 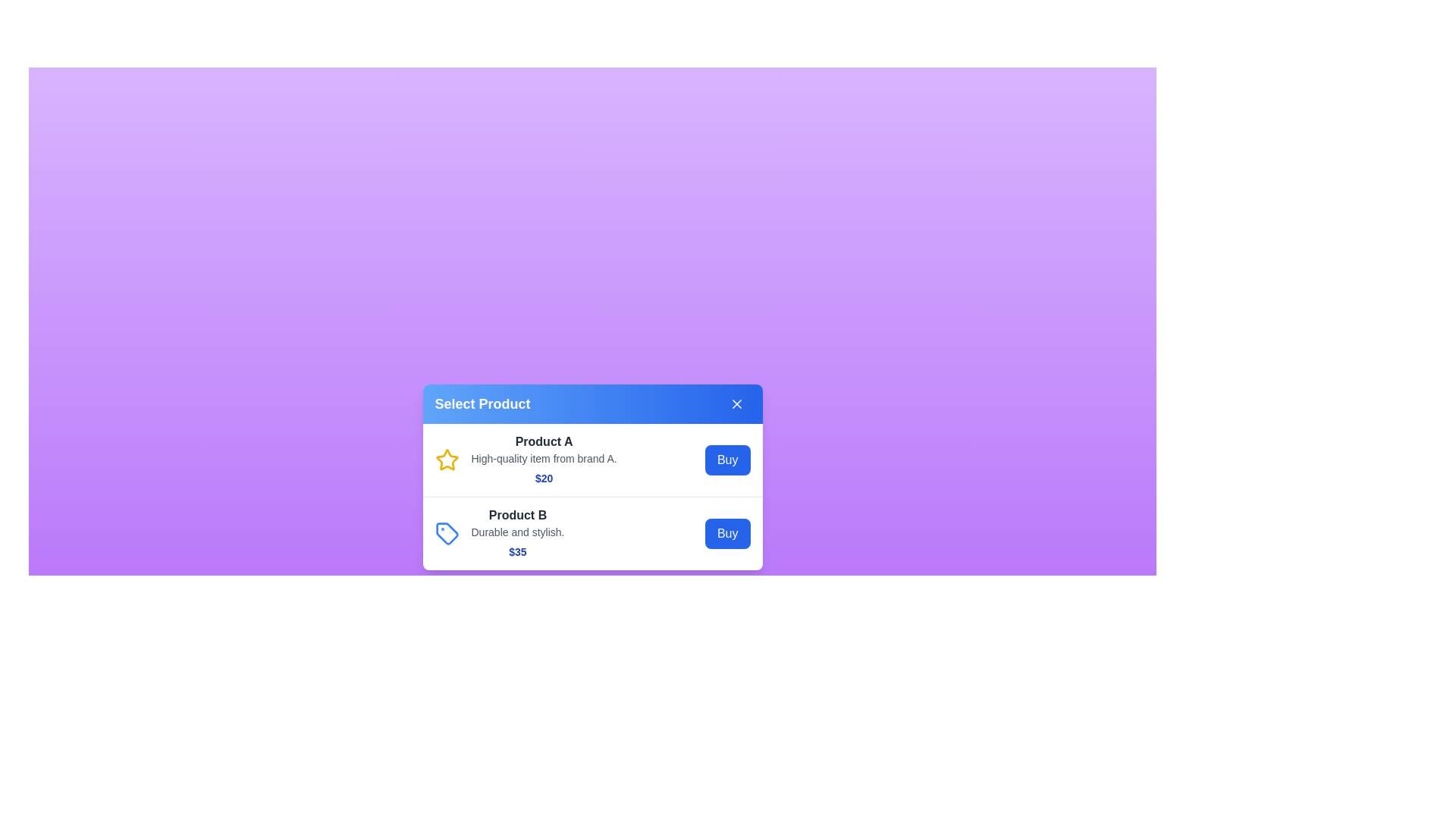 I want to click on Buy button for Product A, so click(x=726, y=459).